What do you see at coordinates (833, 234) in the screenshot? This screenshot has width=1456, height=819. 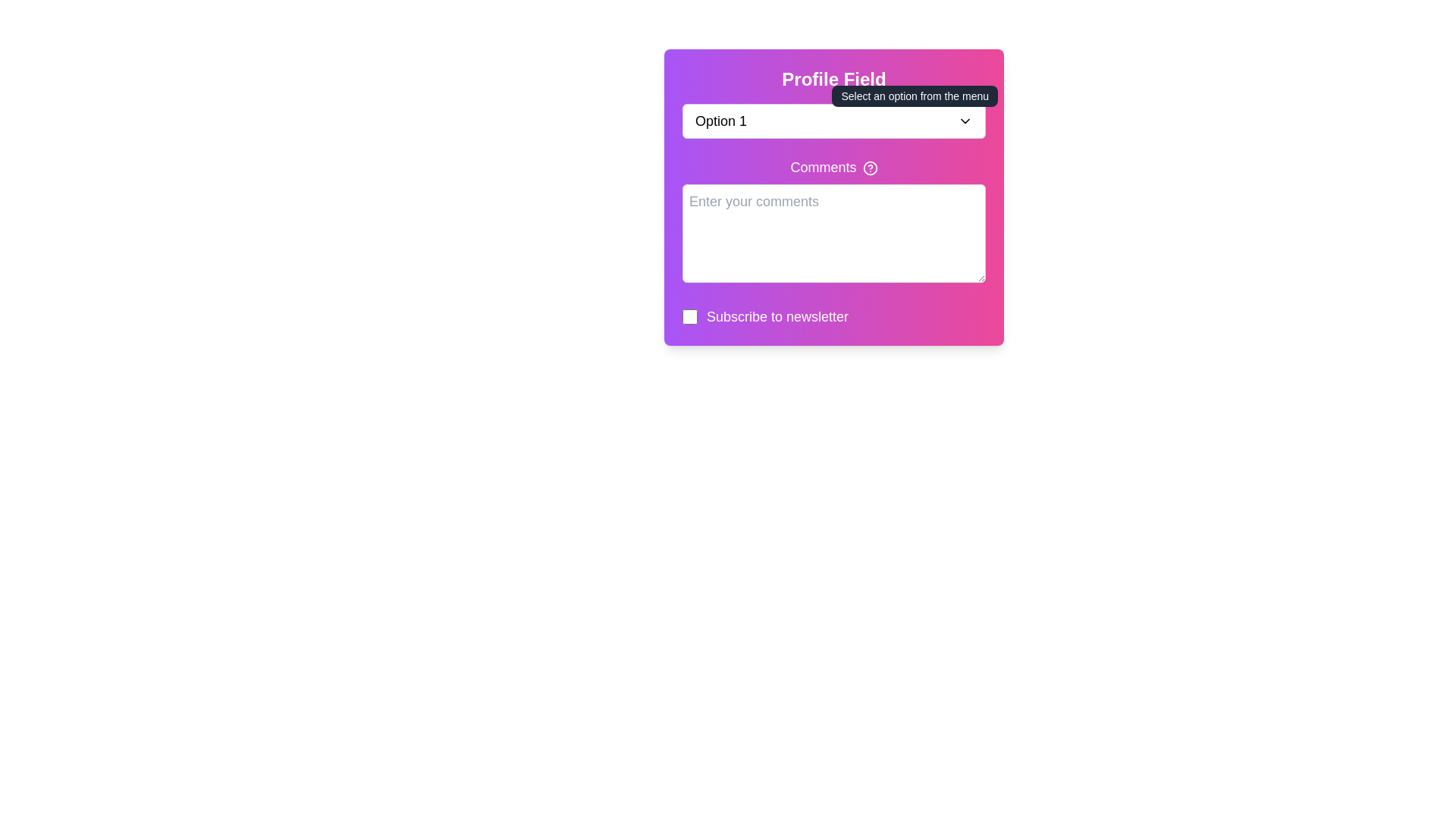 I see `the multiline text input field located below the 'Comments' label to enable text input` at bounding box center [833, 234].